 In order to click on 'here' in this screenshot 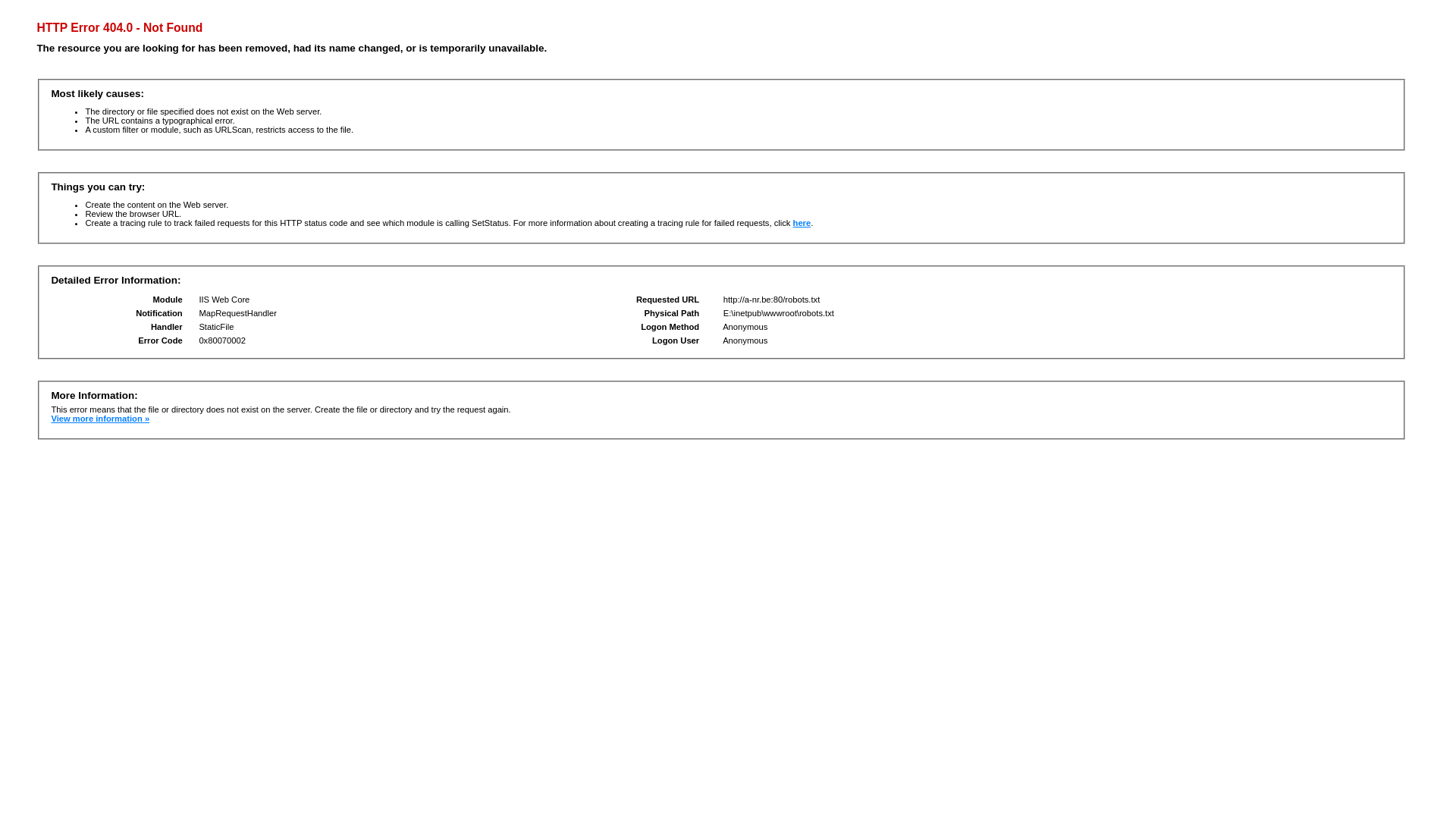, I will do `click(801, 222)`.